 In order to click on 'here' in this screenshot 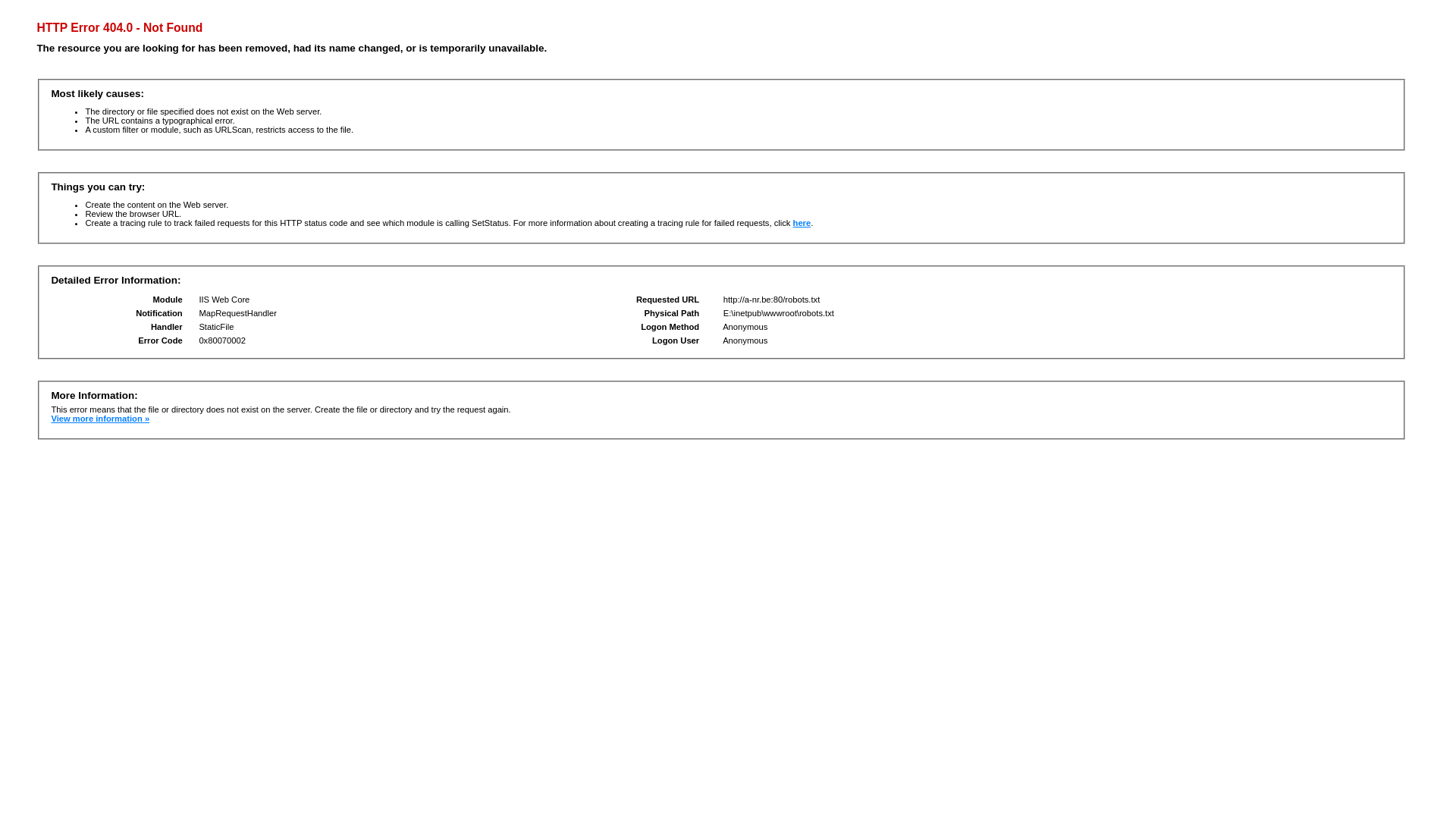, I will do `click(801, 222)`.